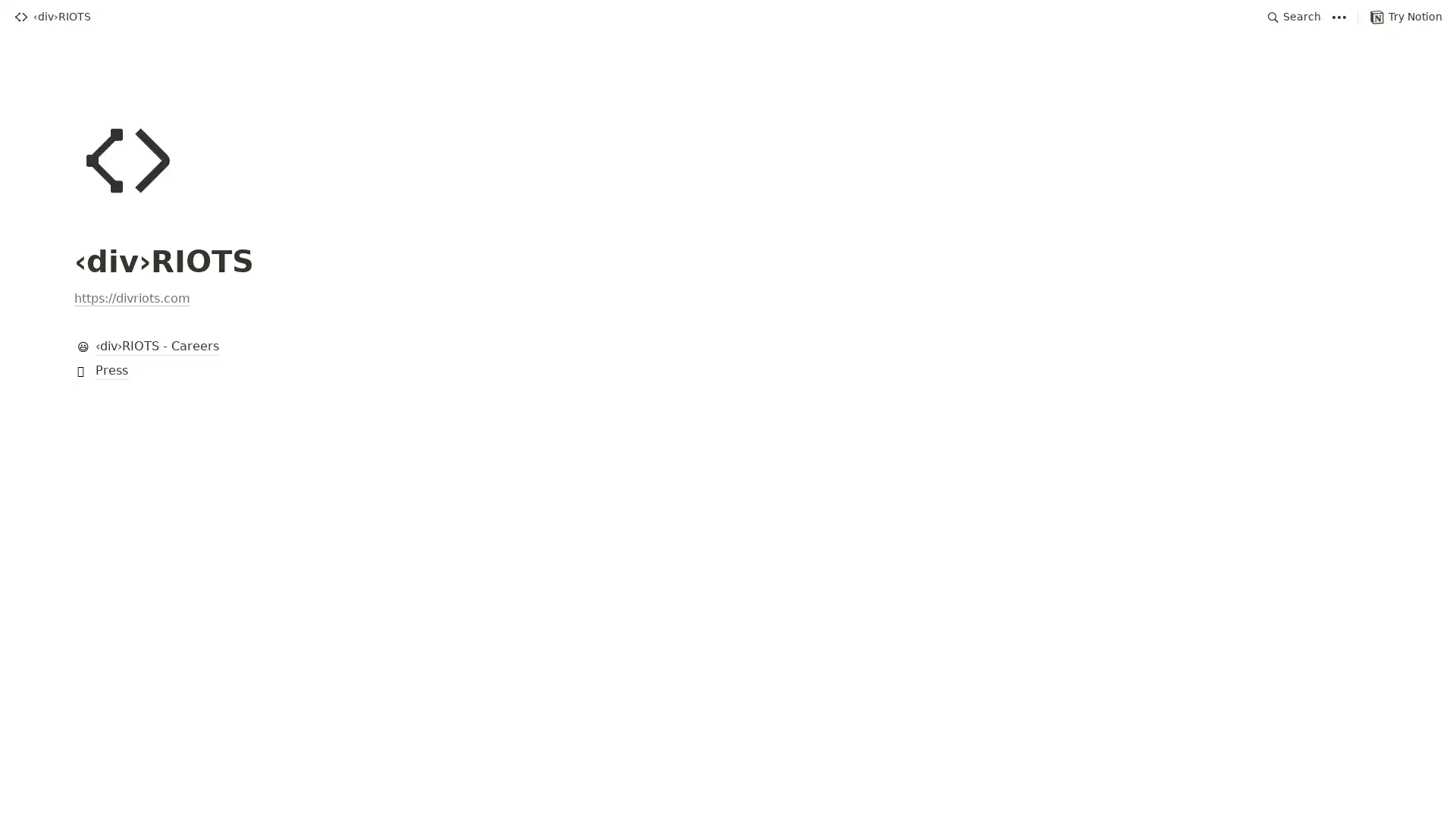 The width and height of the screenshot is (1456, 819). Describe the element at coordinates (1405, 17) in the screenshot. I see `Try Notion` at that location.